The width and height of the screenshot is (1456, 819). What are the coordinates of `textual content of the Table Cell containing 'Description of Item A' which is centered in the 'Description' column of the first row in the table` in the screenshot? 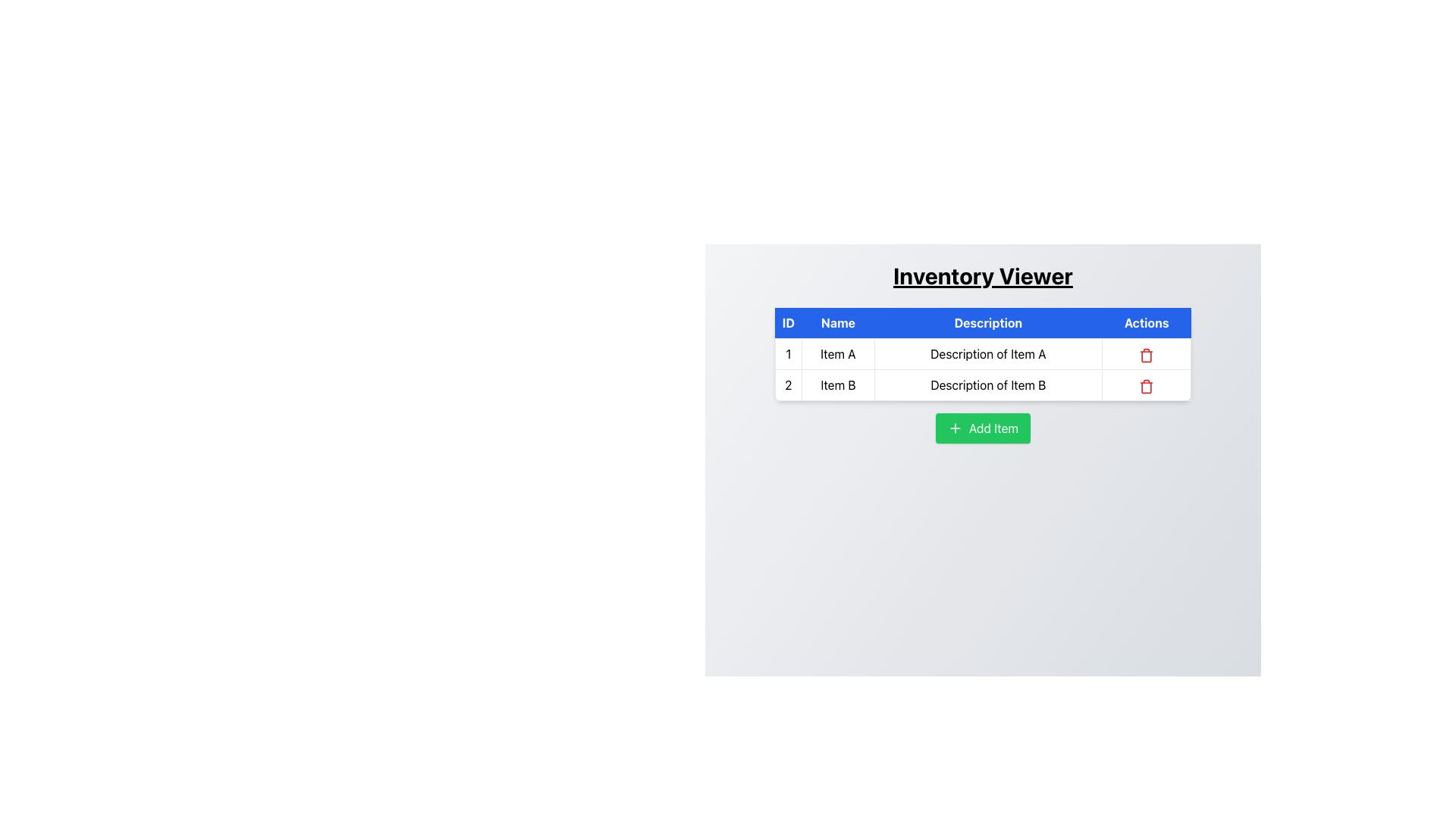 It's located at (988, 353).